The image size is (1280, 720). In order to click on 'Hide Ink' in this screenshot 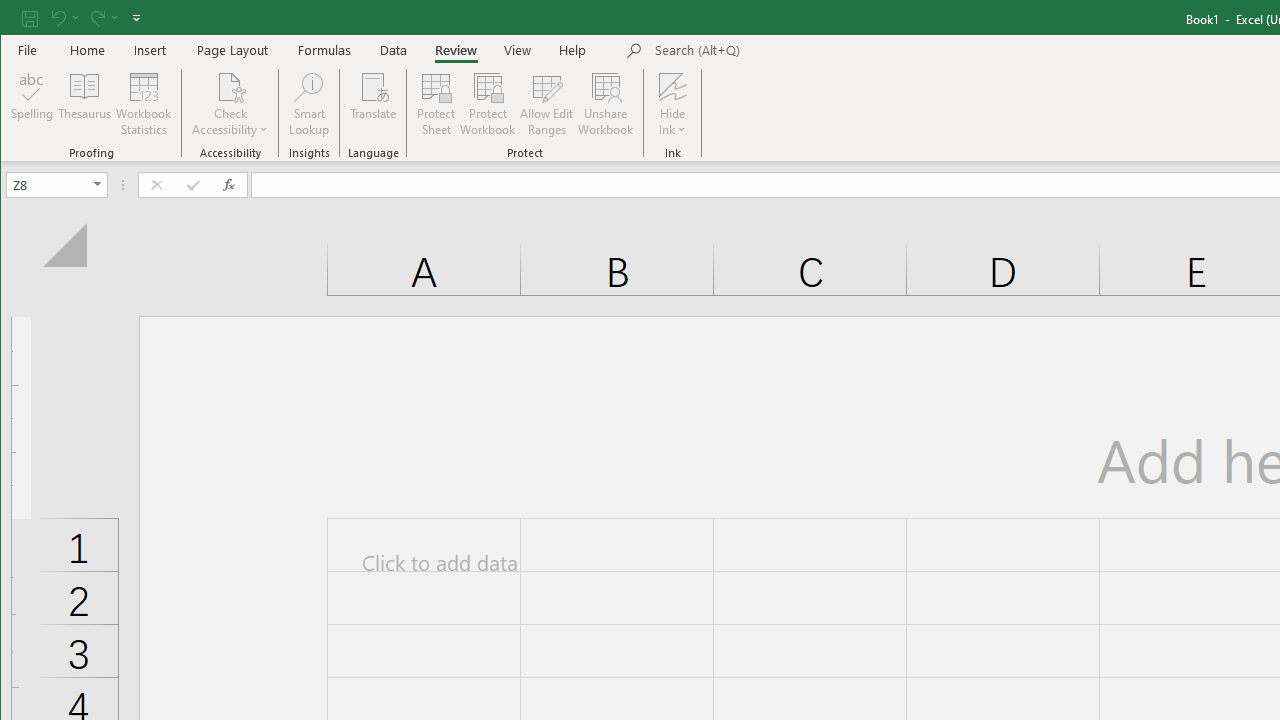, I will do `click(672, 104)`.